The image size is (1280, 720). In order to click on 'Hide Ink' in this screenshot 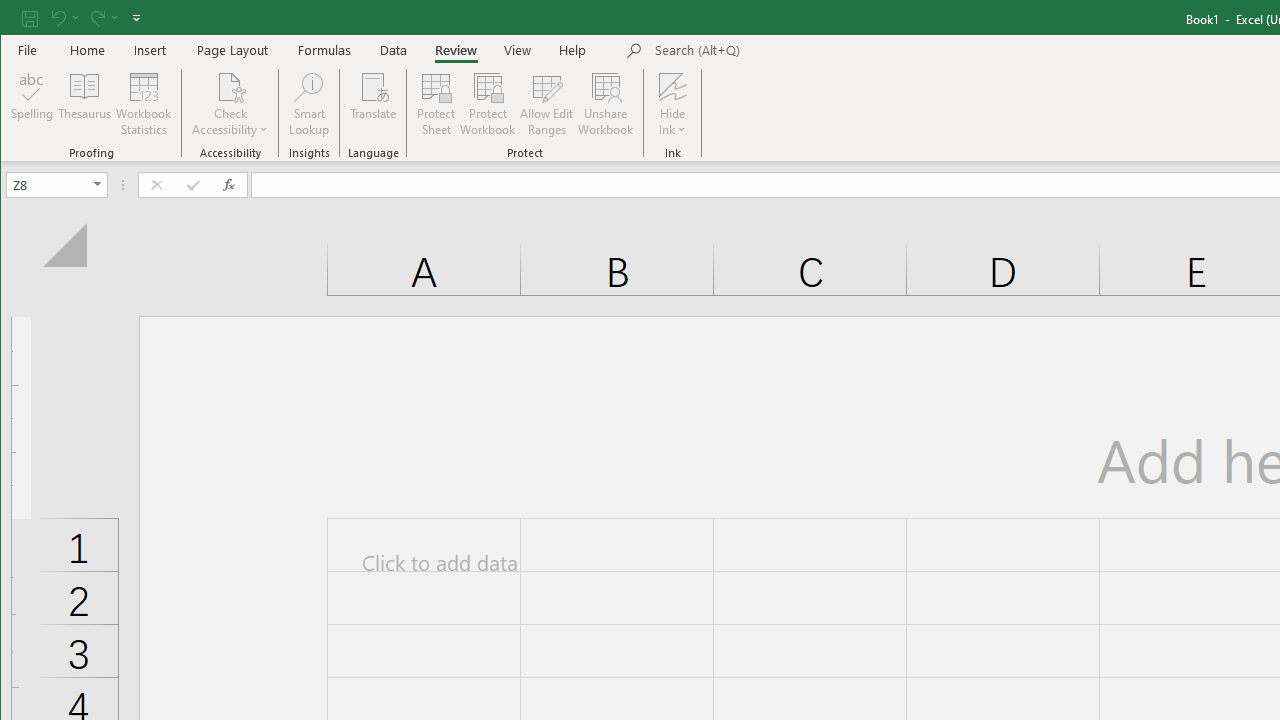, I will do `click(672, 104)`.